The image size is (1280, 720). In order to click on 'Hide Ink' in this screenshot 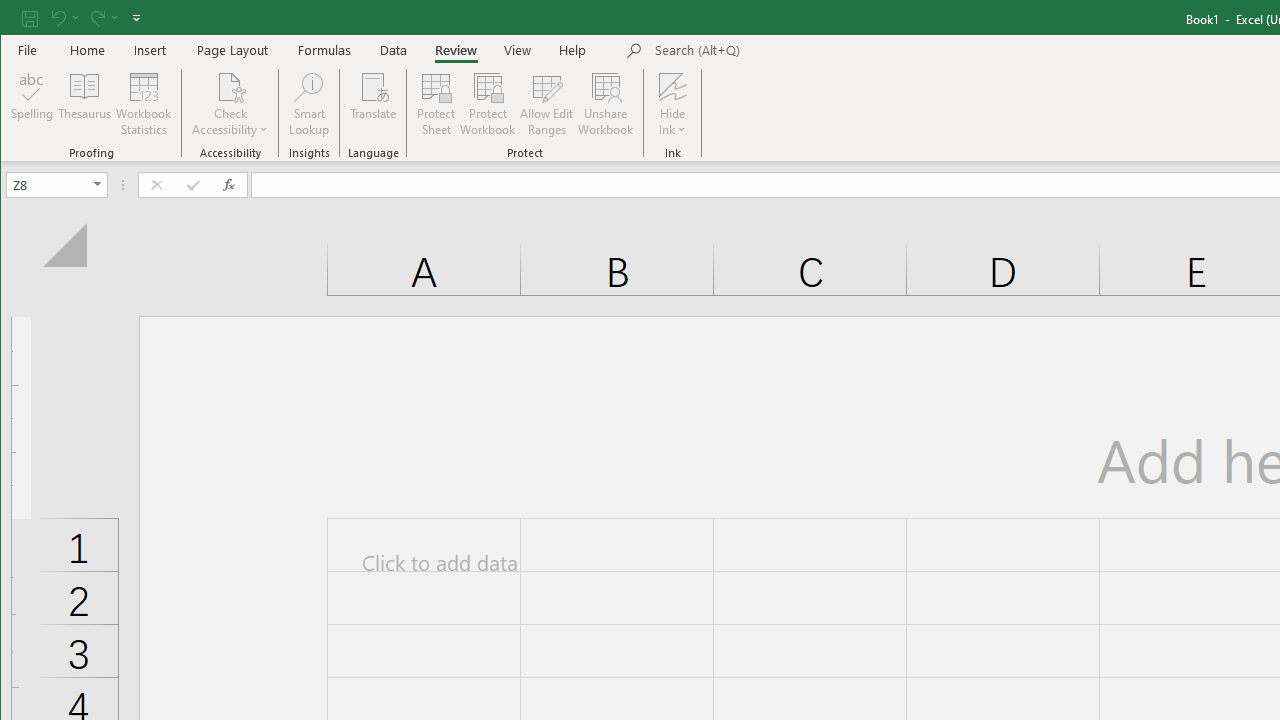, I will do `click(672, 104)`.